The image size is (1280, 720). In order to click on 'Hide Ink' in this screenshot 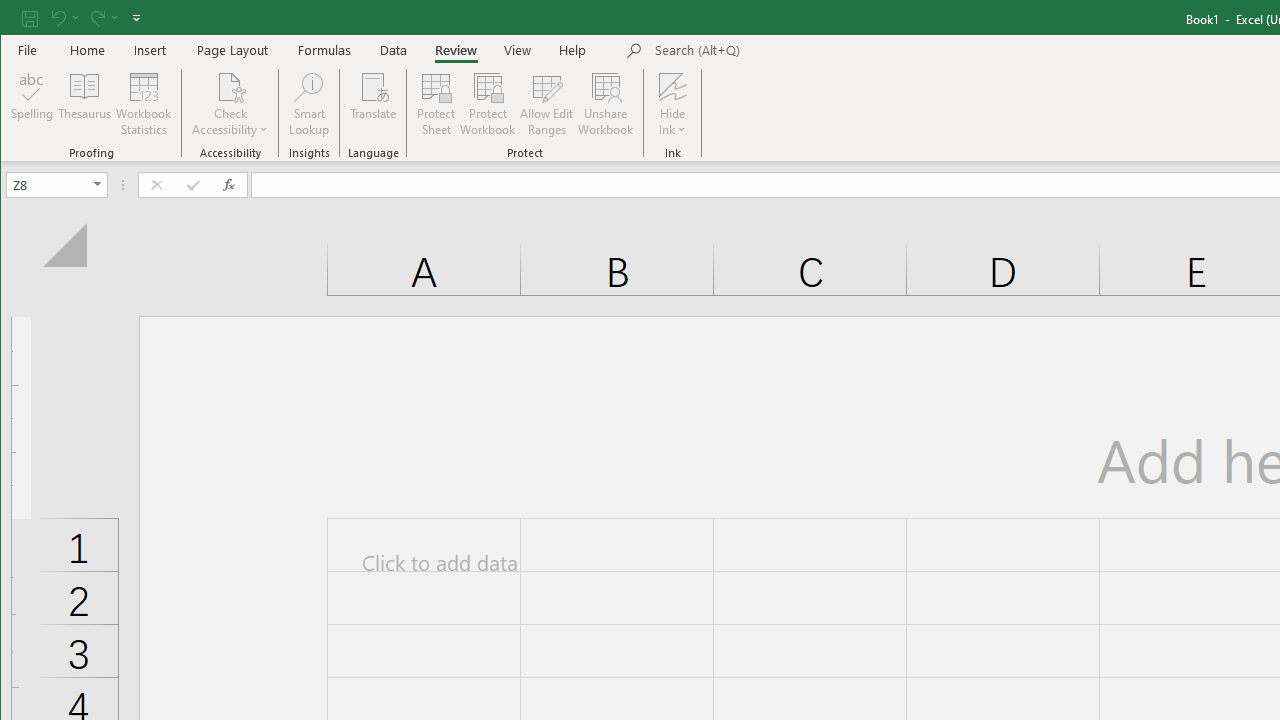, I will do `click(672, 104)`.